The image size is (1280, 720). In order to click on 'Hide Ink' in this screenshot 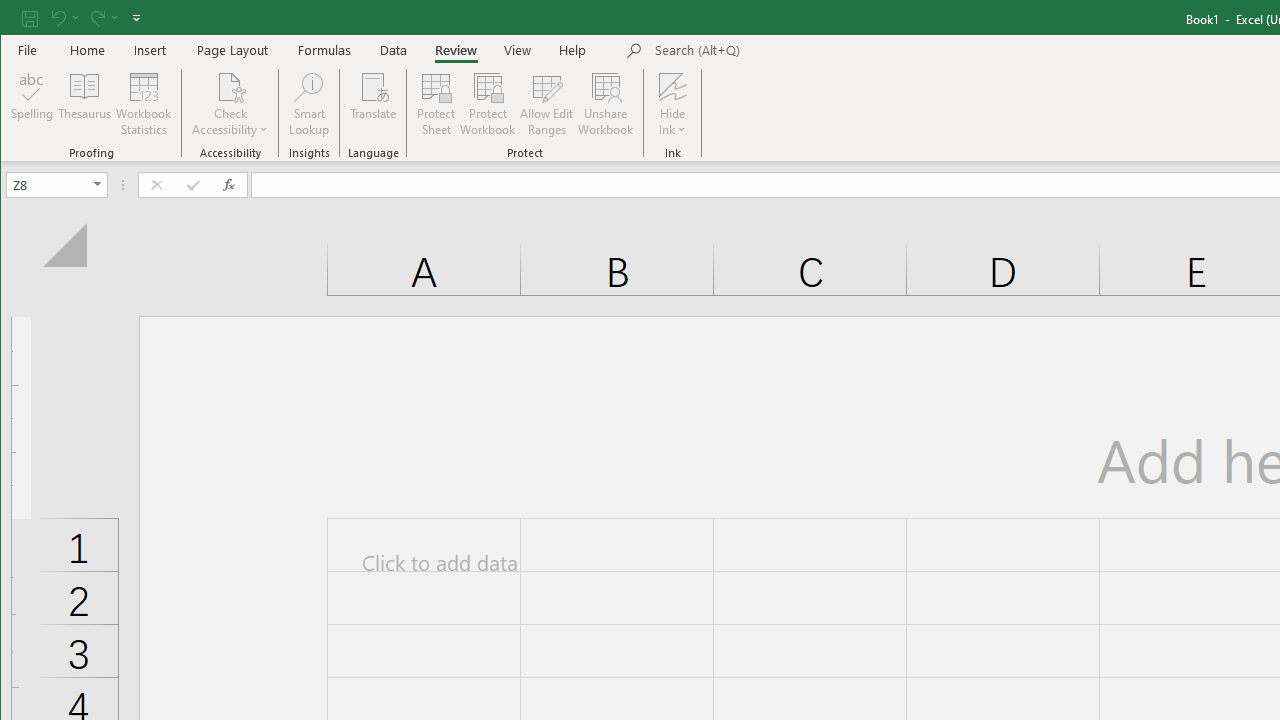, I will do `click(672, 104)`.